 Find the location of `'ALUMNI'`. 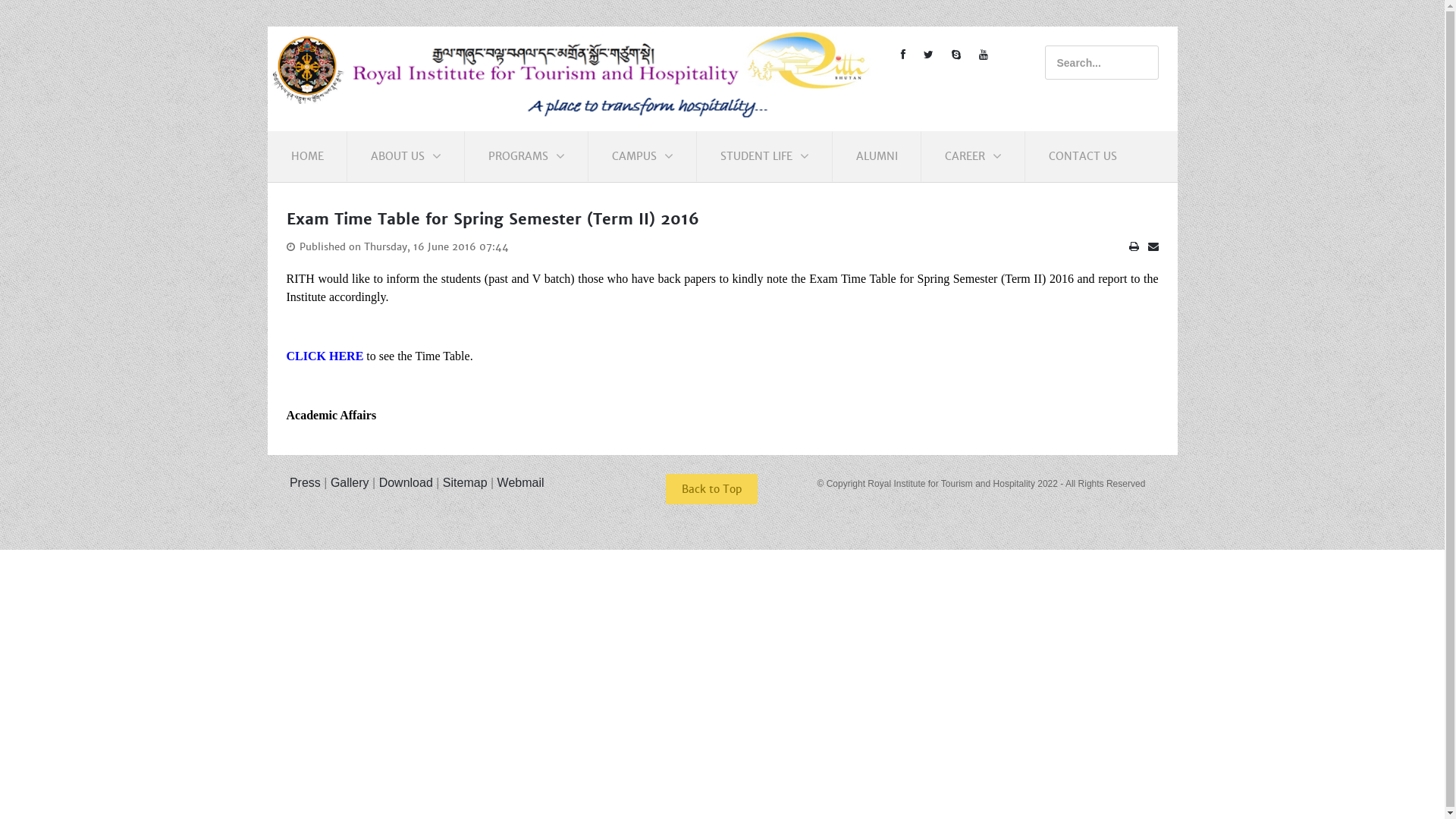

'ALUMNI' is located at coordinates (876, 156).